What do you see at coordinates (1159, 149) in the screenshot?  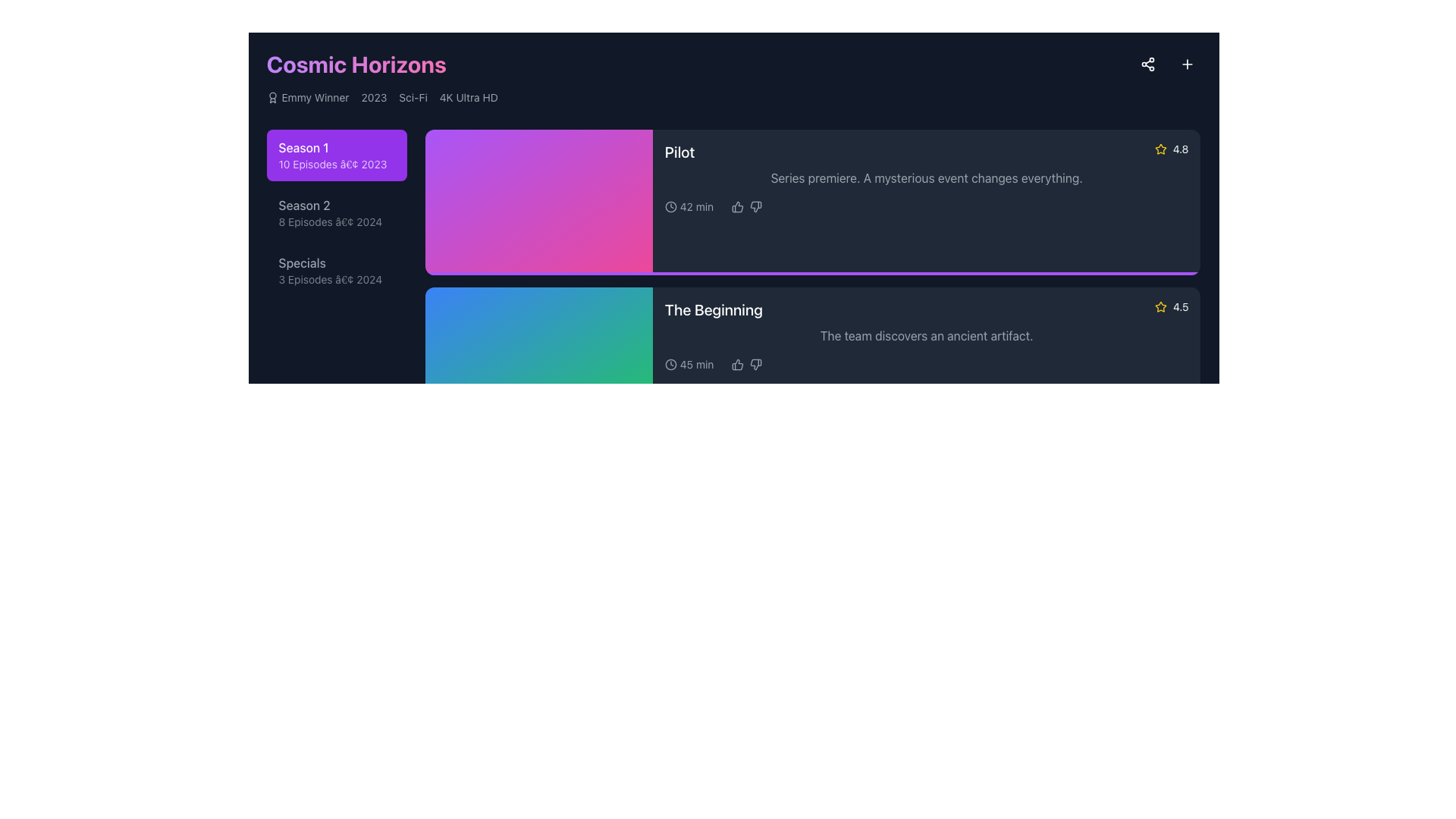 I see `the Rating icon (star) located in the upper-right corner of the card for the episode 'Pilot'` at bounding box center [1159, 149].